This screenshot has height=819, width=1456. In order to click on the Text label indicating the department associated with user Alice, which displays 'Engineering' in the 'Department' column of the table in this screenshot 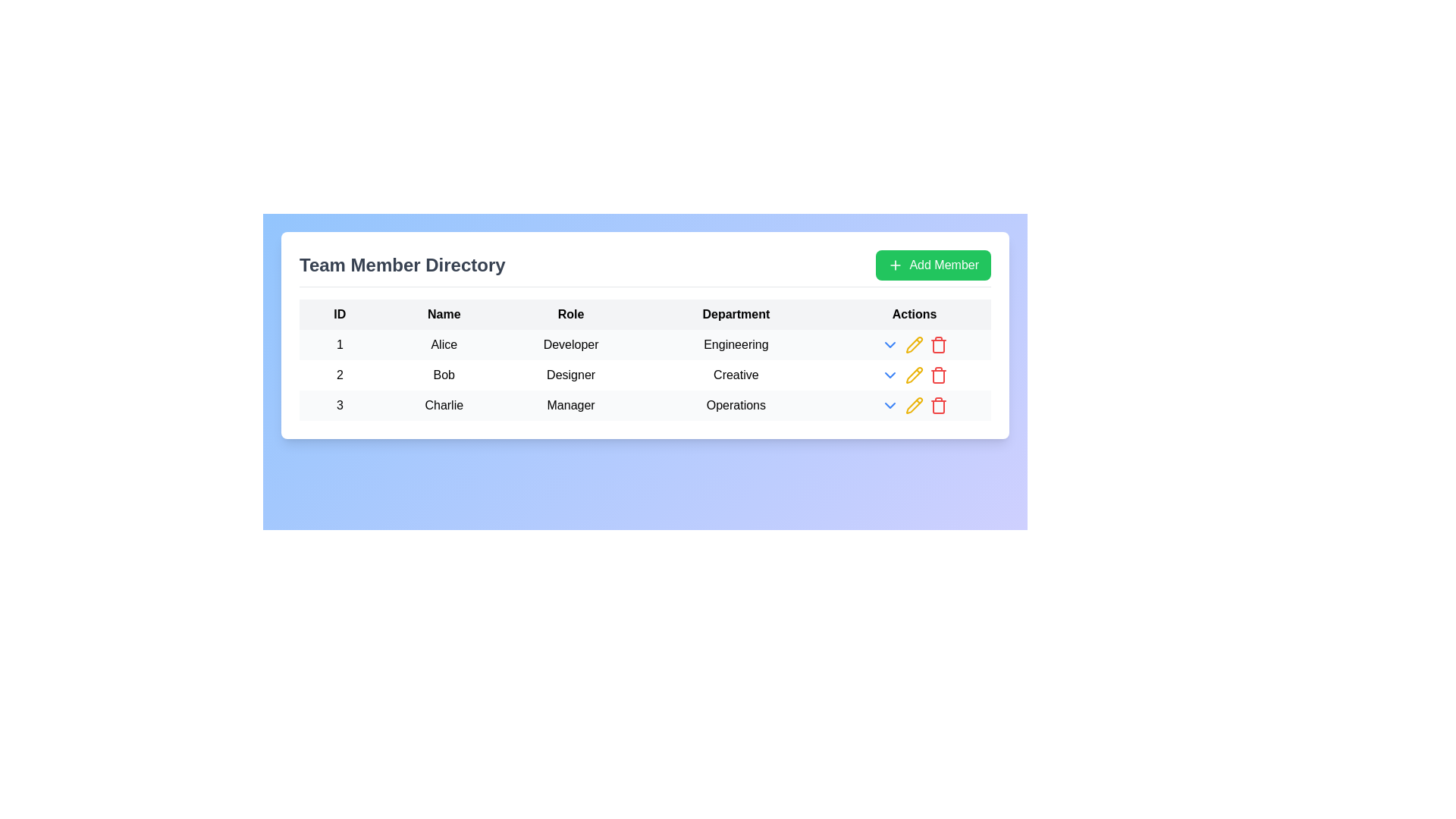, I will do `click(736, 345)`.